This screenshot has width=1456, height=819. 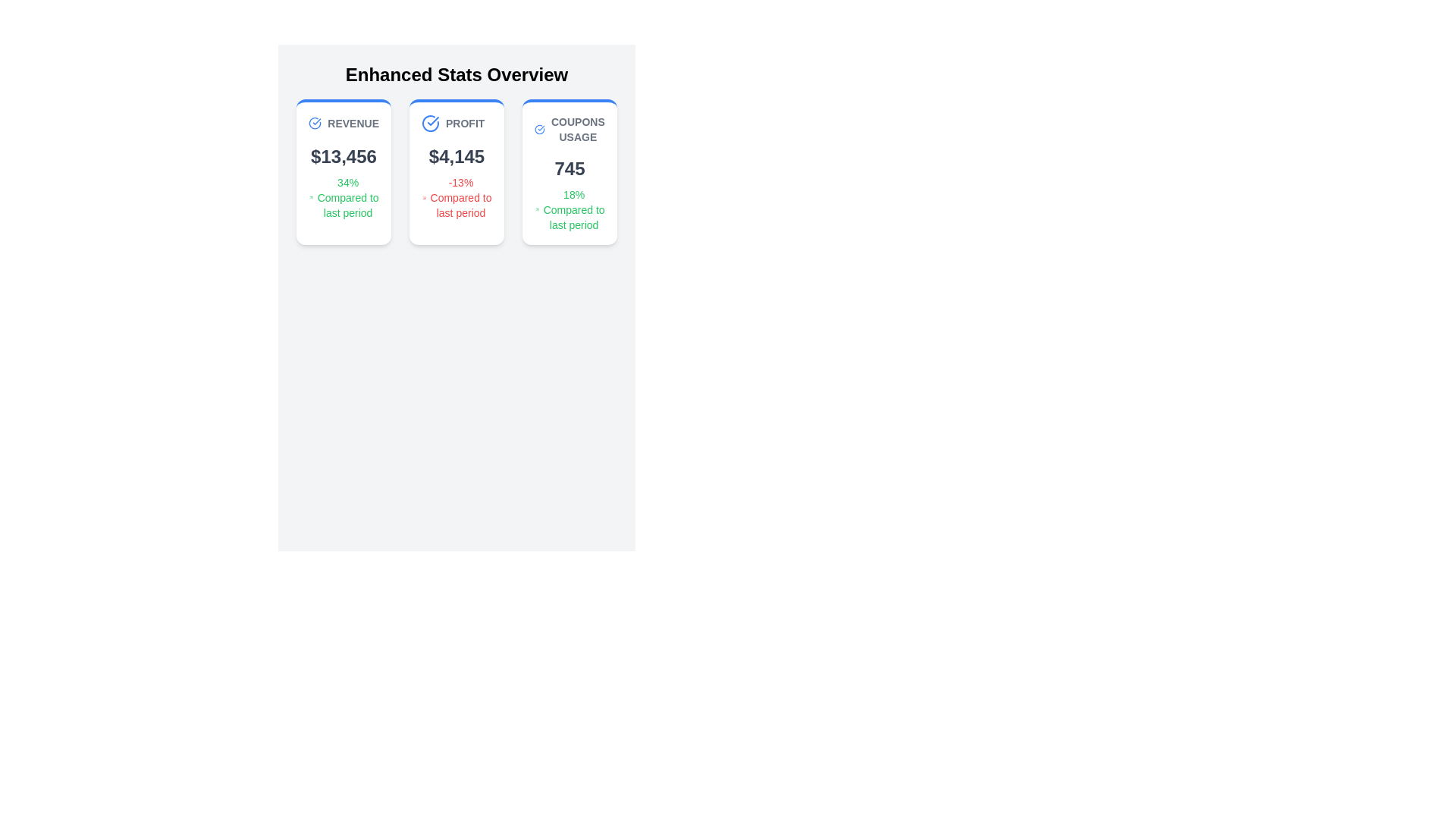 What do you see at coordinates (456, 157) in the screenshot?
I see `the static text displaying the profit value, located in the middle of the 'PROFIT' card in the 'Enhanced Stats Overview' section` at bounding box center [456, 157].